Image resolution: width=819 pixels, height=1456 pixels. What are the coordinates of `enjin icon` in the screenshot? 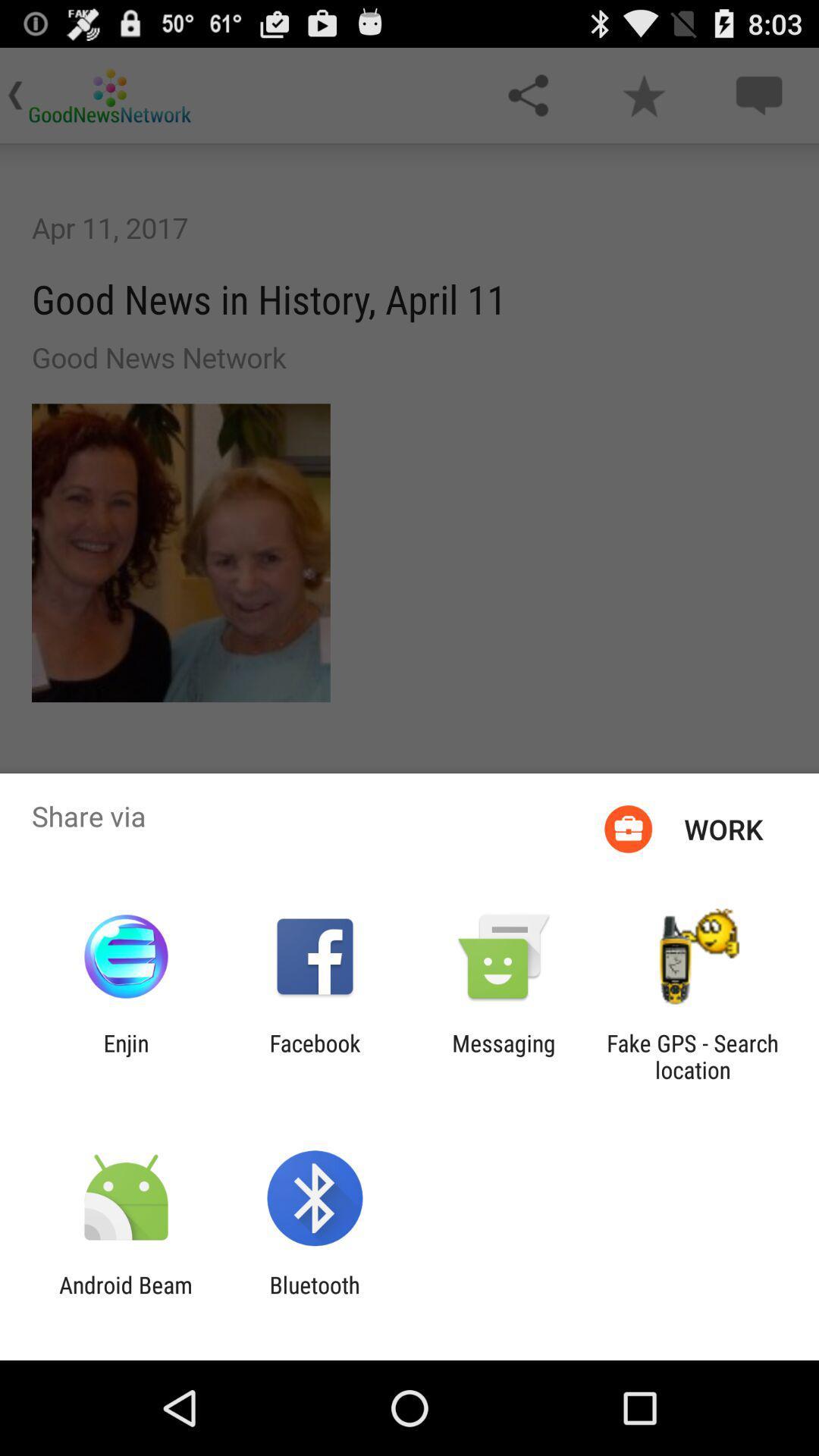 It's located at (125, 1056).